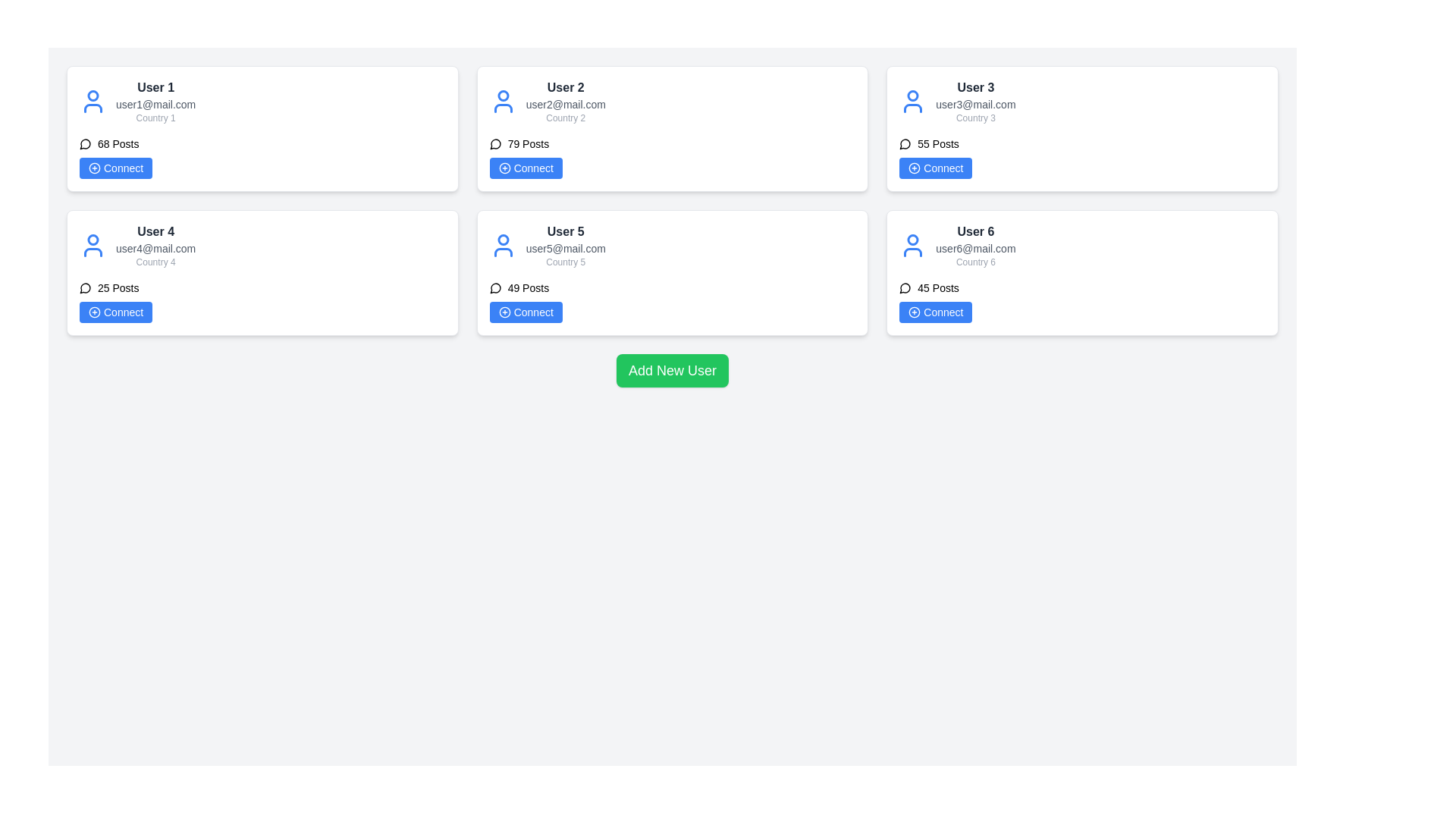  I want to click on the SVG circle element representing the profile picture placeholder for User 6, located in the second row and third column of the user grid, so click(912, 239).